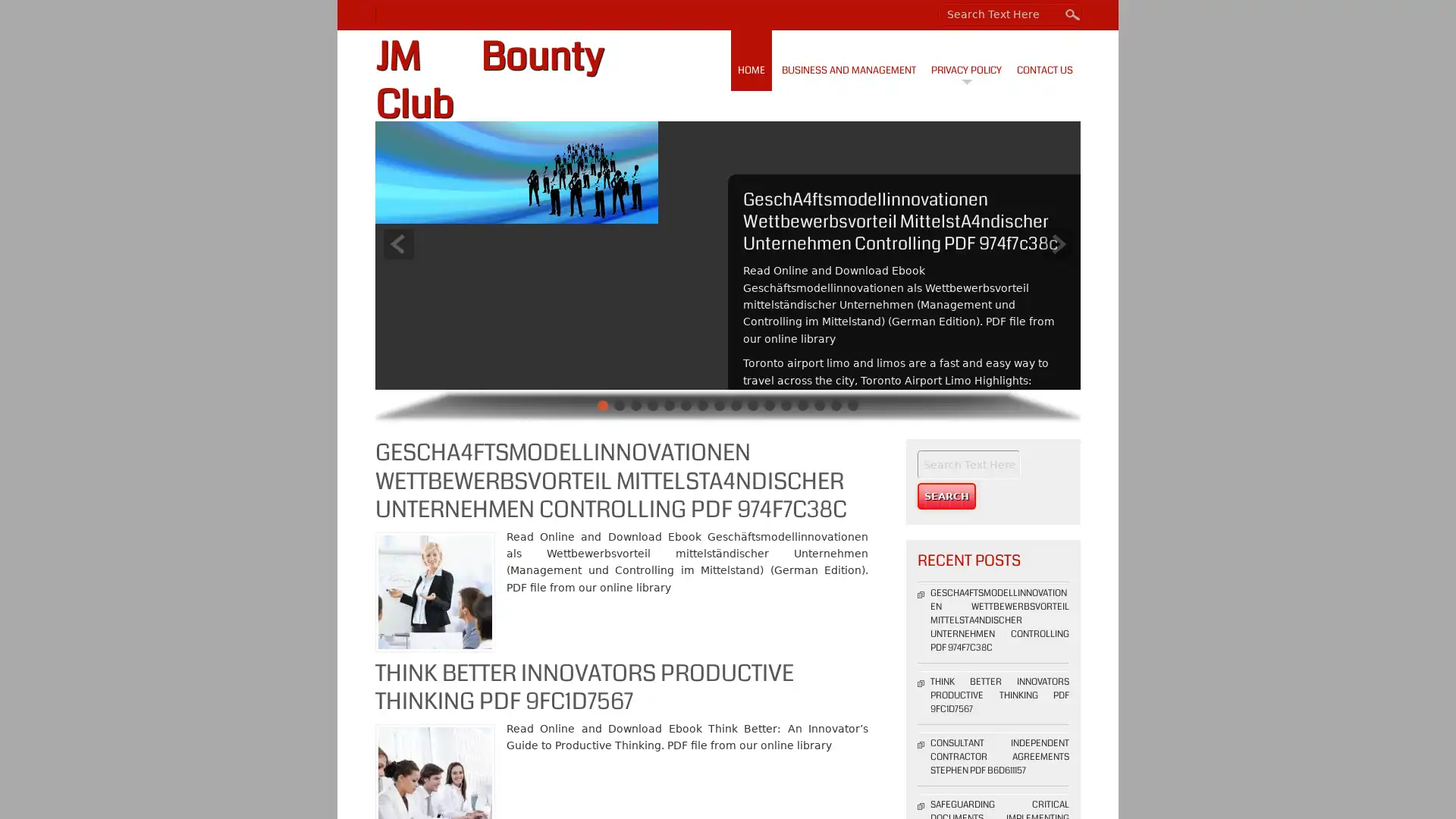 Image resolution: width=1456 pixels, height=819 pixels. What do you see at coordinates (946, 496) in the screenshot?
I see `Search` at bounding box center [946, 496].